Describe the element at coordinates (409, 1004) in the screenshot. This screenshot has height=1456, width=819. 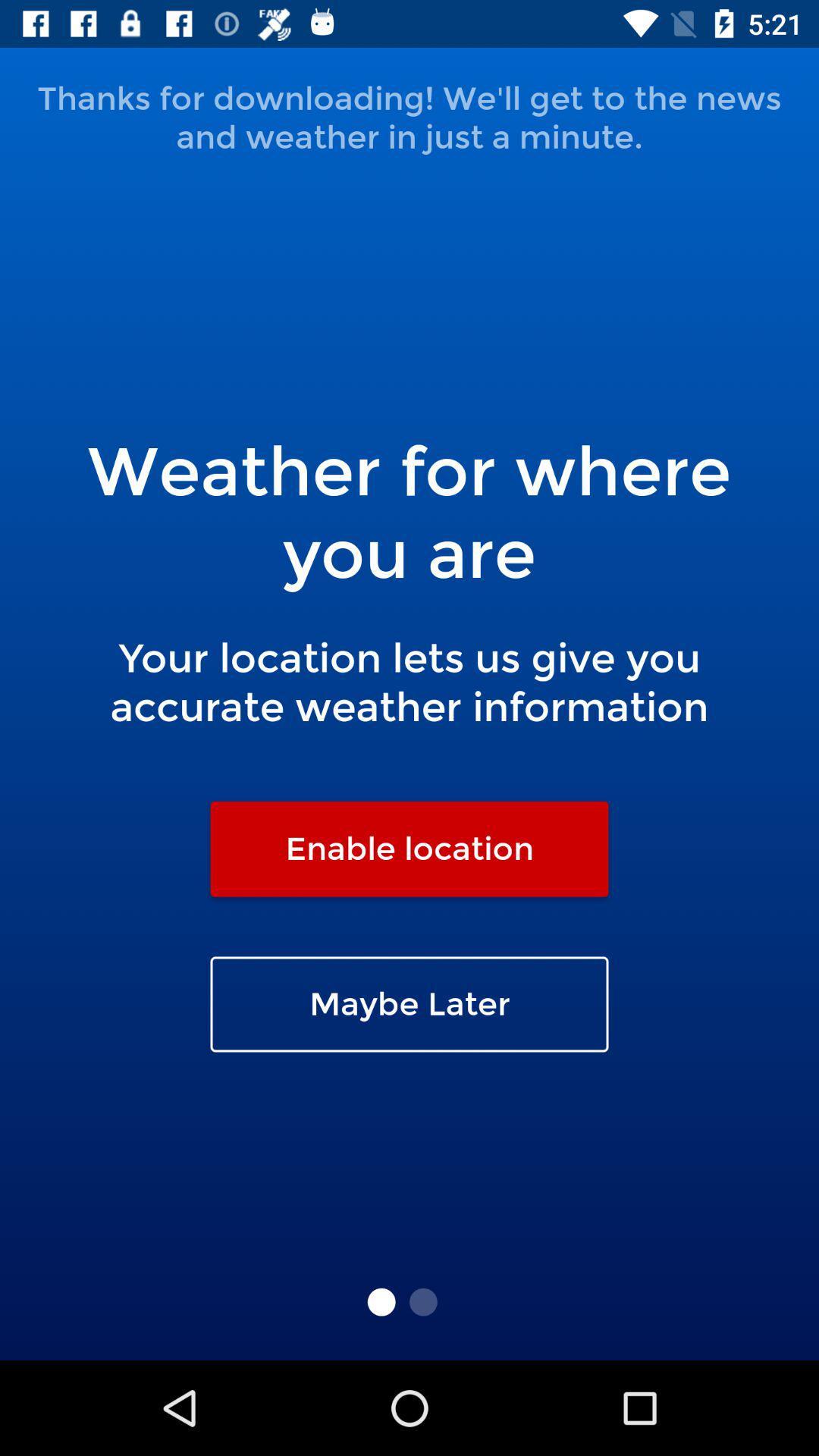
I see `the icon below enable location` at that location.